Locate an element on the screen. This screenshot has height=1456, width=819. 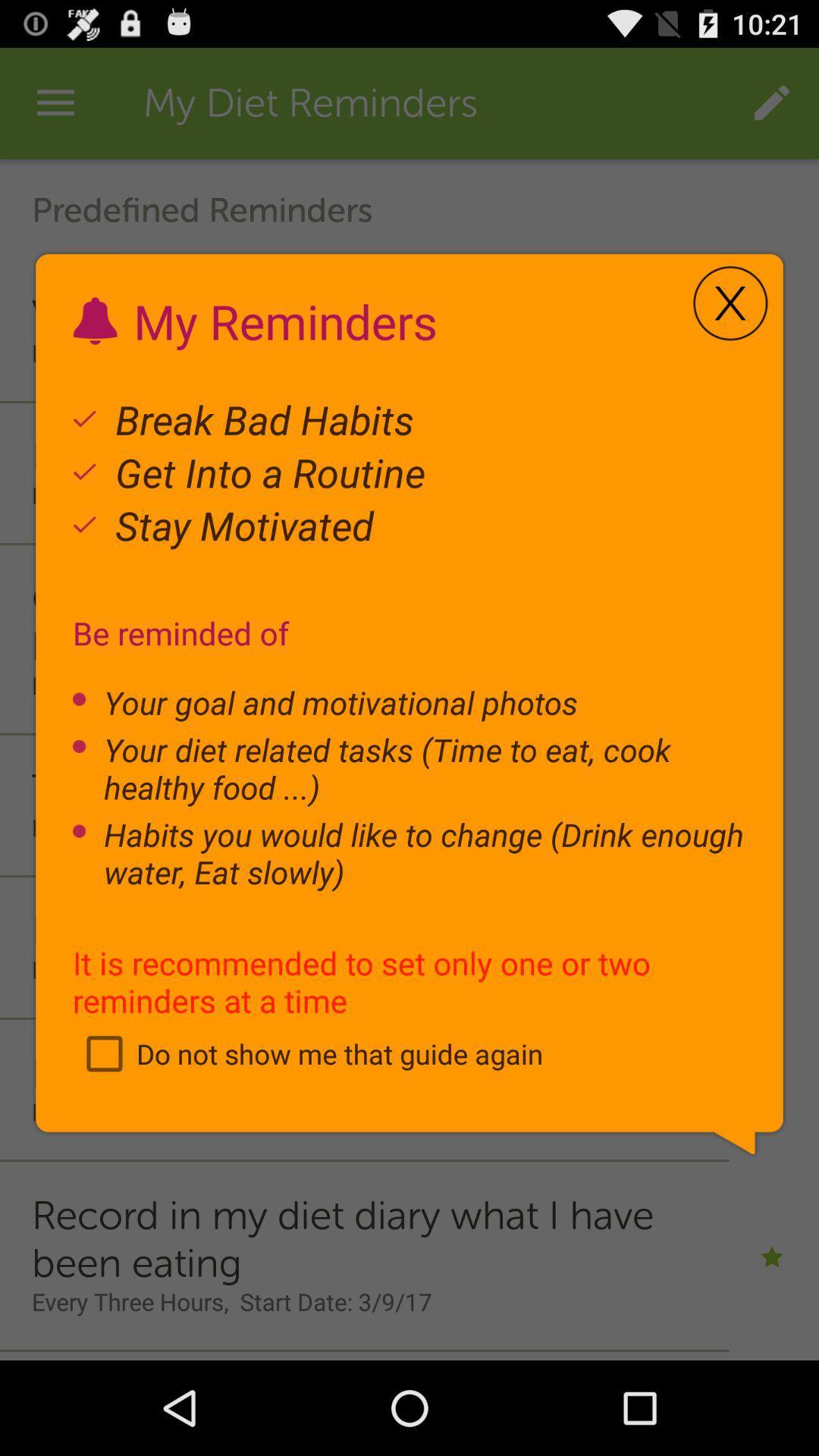
item at the top right corner is located at coordinates (730, 303).